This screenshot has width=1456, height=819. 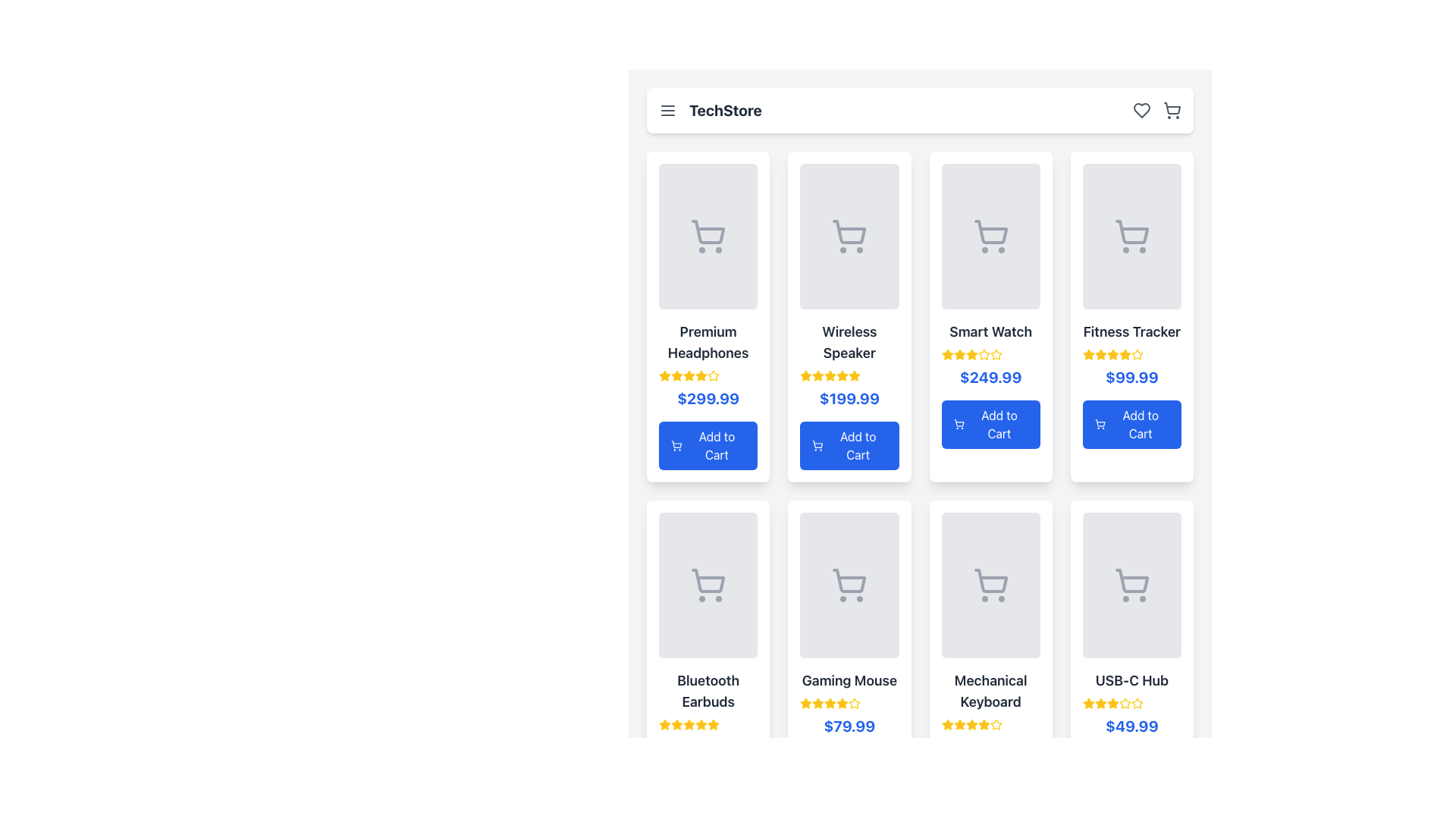 What do you see at coordinates (984, 723) in the screenshot?
I see `the third yellow star-shaped rating icon representing the product rating for the Mechanical Keyboard` at bounding box center [984, 723].